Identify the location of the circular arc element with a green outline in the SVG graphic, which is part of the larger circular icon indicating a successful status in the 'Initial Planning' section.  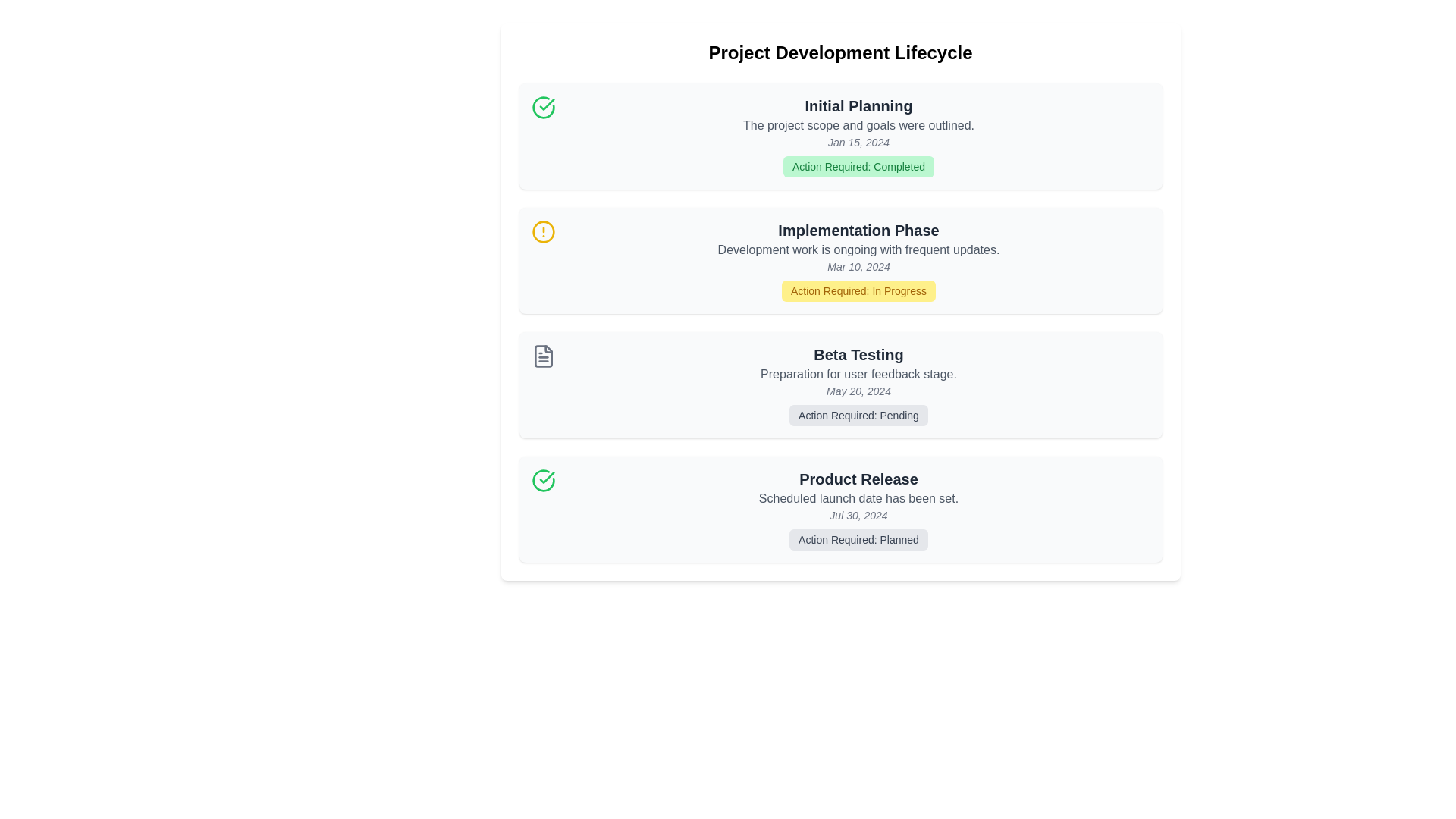
(543, 107).